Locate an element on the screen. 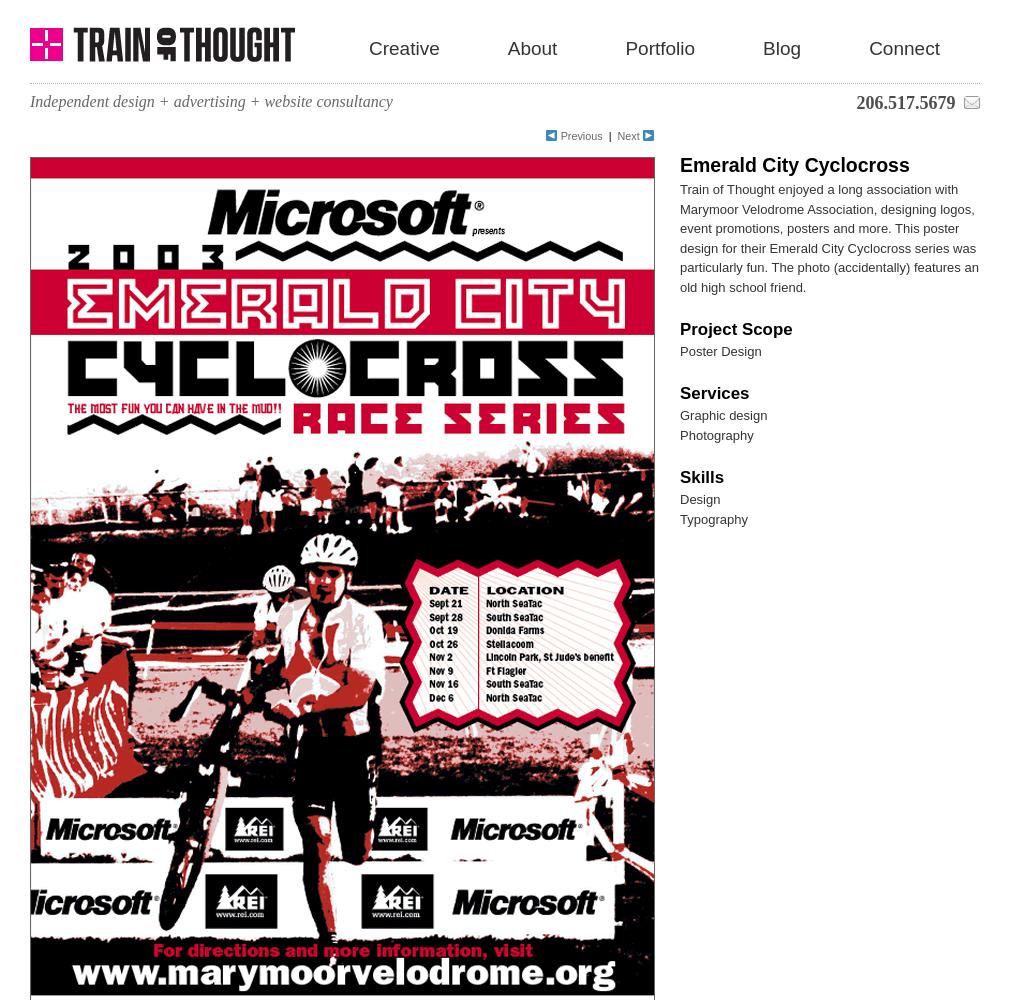 The height and width of the screenshot is (1000, 1010). 'Next' is located at coordinates (627, 136).